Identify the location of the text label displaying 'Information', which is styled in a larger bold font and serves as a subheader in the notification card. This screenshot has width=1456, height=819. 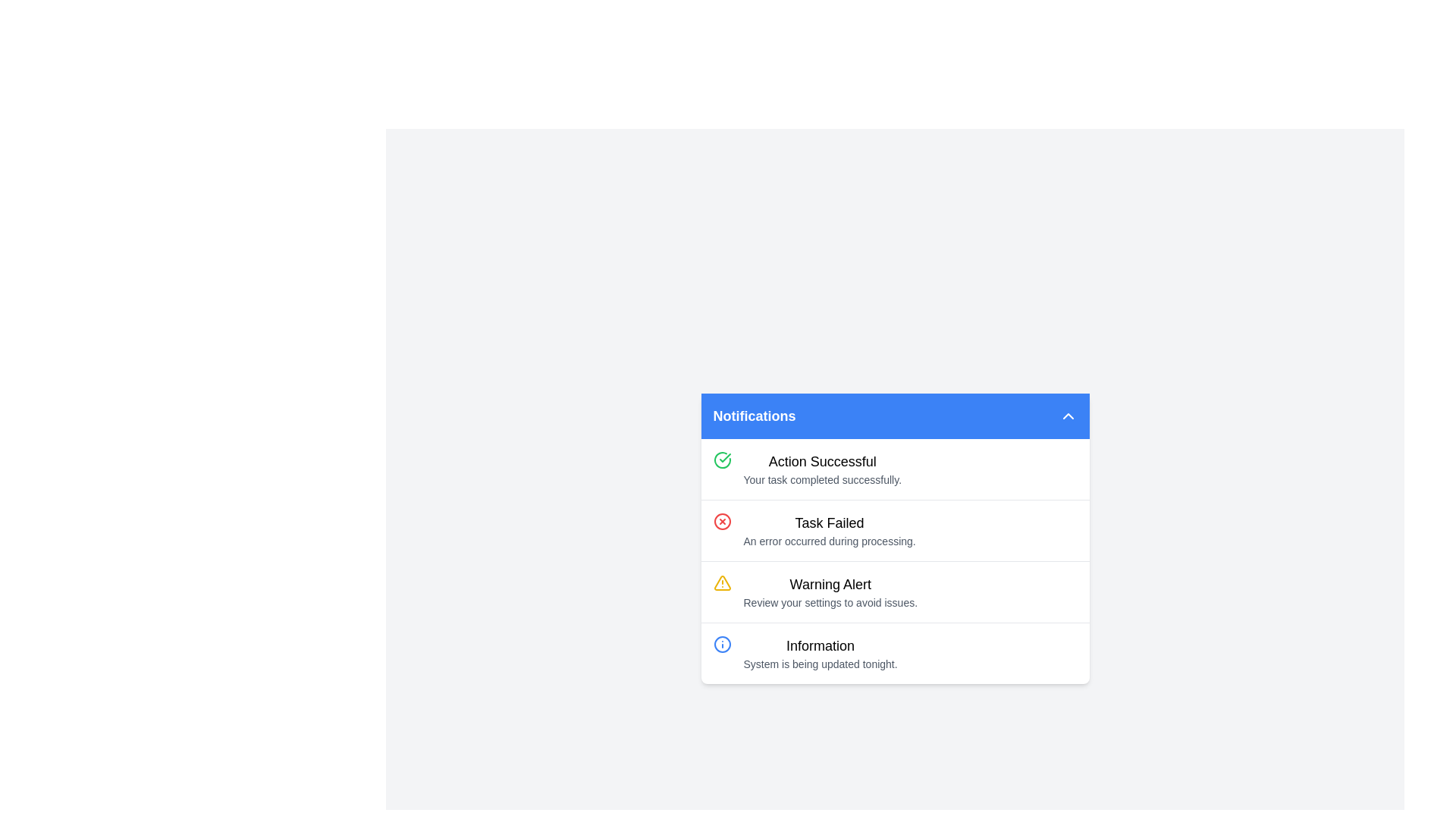
(820, 645).